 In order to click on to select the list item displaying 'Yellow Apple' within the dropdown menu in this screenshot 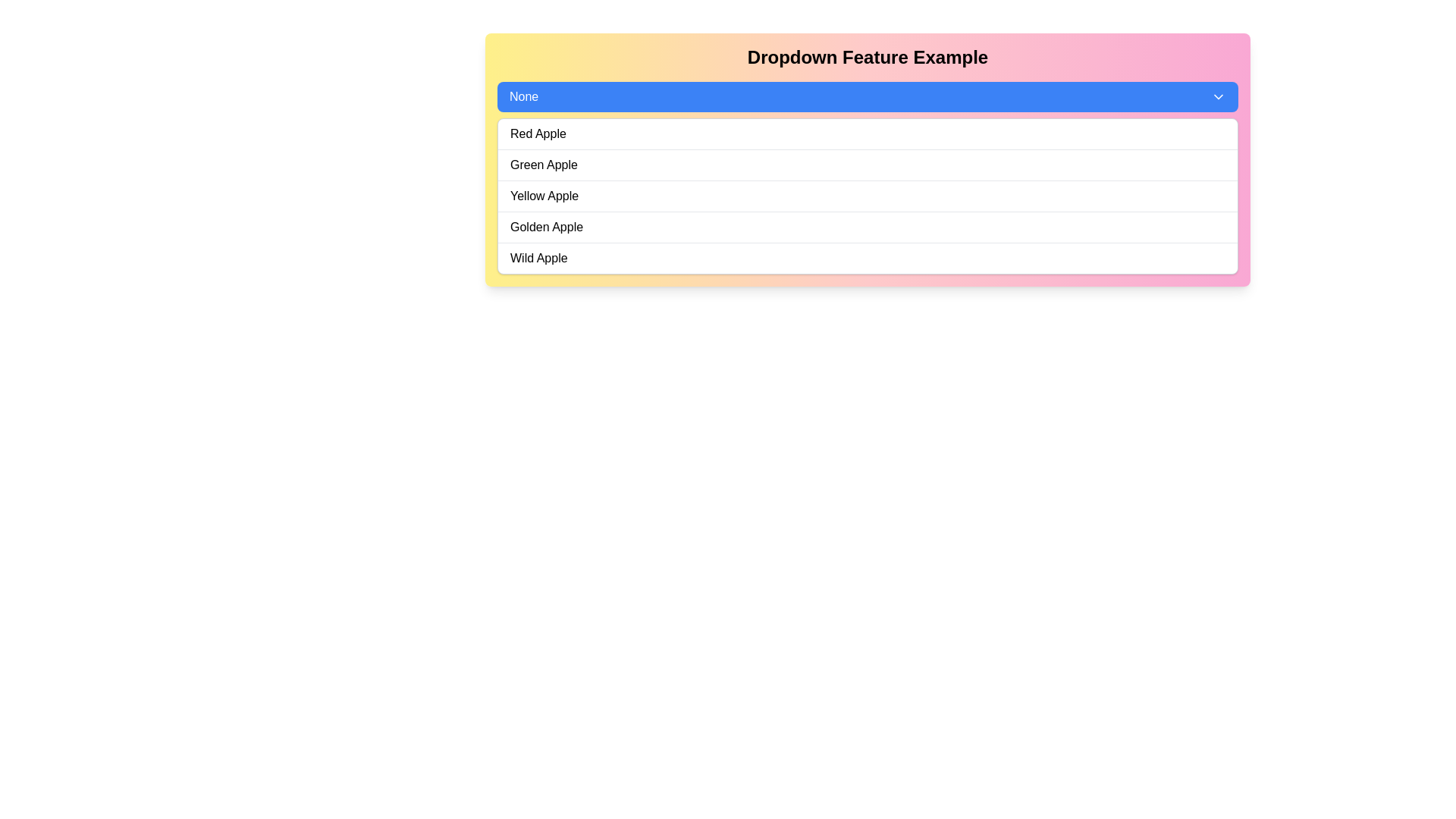, I will do `click(868, 195)`.